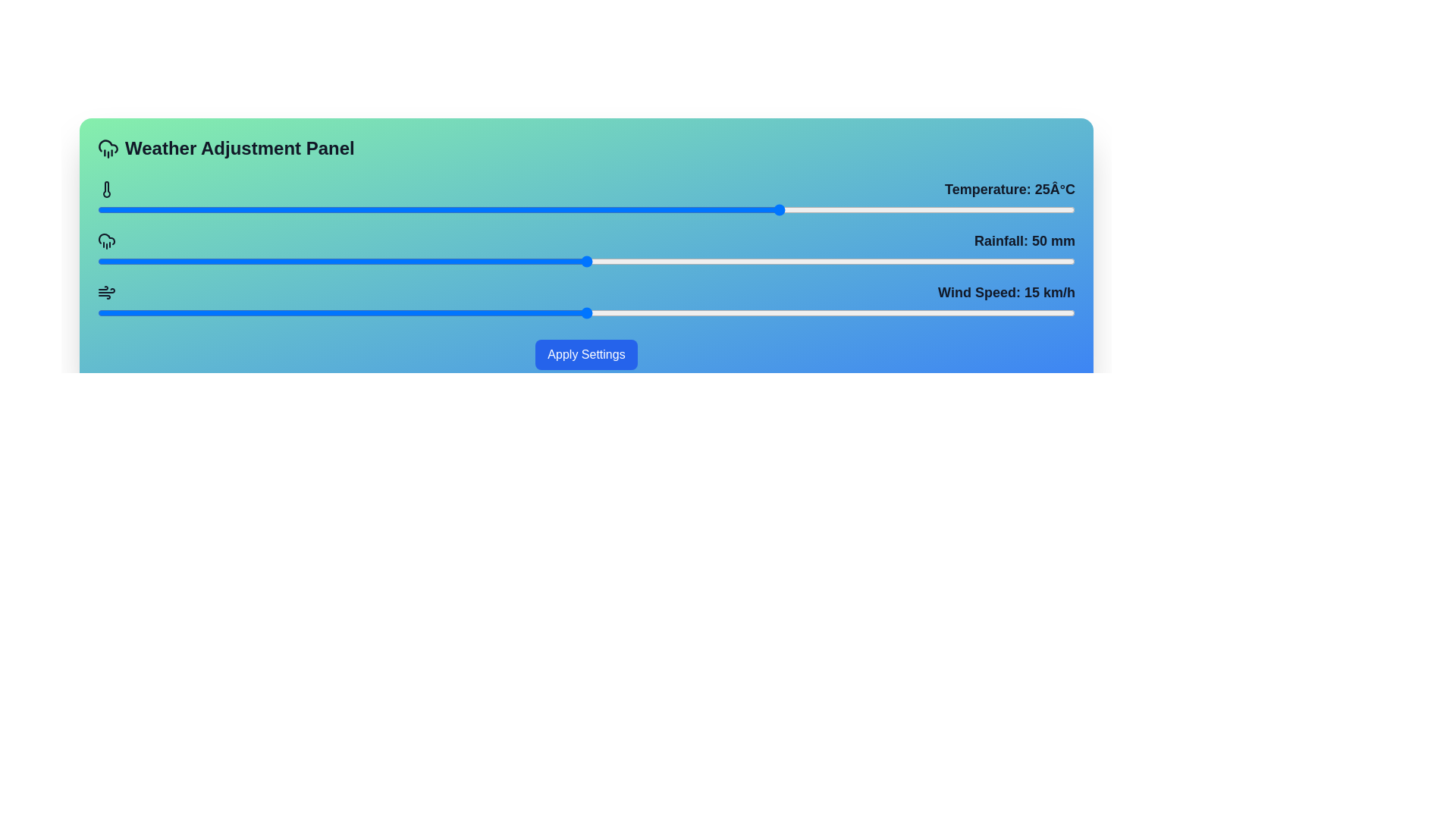 This screenshot has height=819, width=1456. Describe the element at coordinates (108, 146) in the screenshot. I see `the cloud icon representing the upper part of the cloud-and-rain vector in the Weather Adjustment Panel` at that location.